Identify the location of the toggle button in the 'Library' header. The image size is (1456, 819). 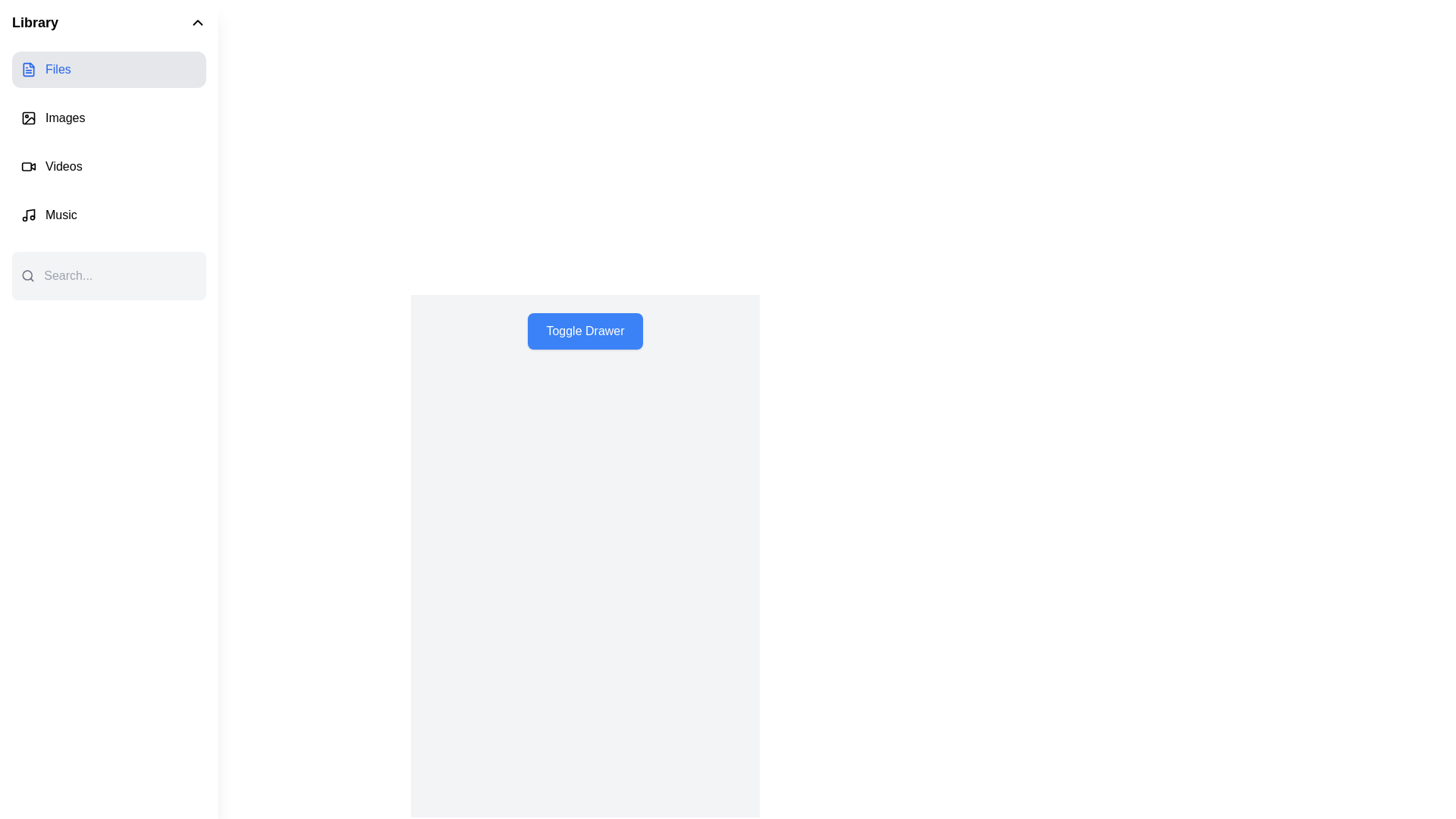
(196, 23).